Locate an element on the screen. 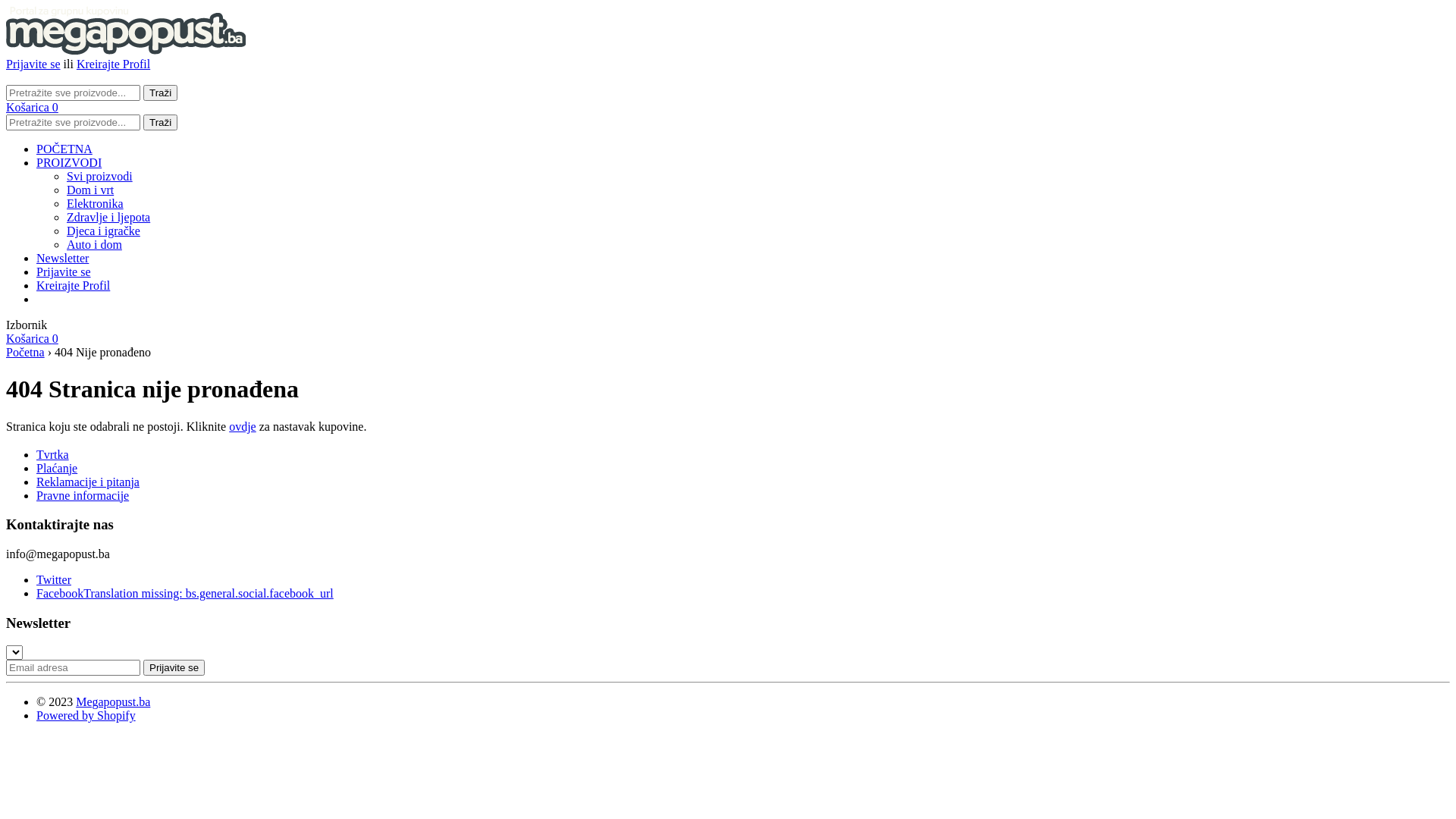 This screenshot has height=819, width=1456. 'Svi proizvodi' is located at coordinates (99, 175).